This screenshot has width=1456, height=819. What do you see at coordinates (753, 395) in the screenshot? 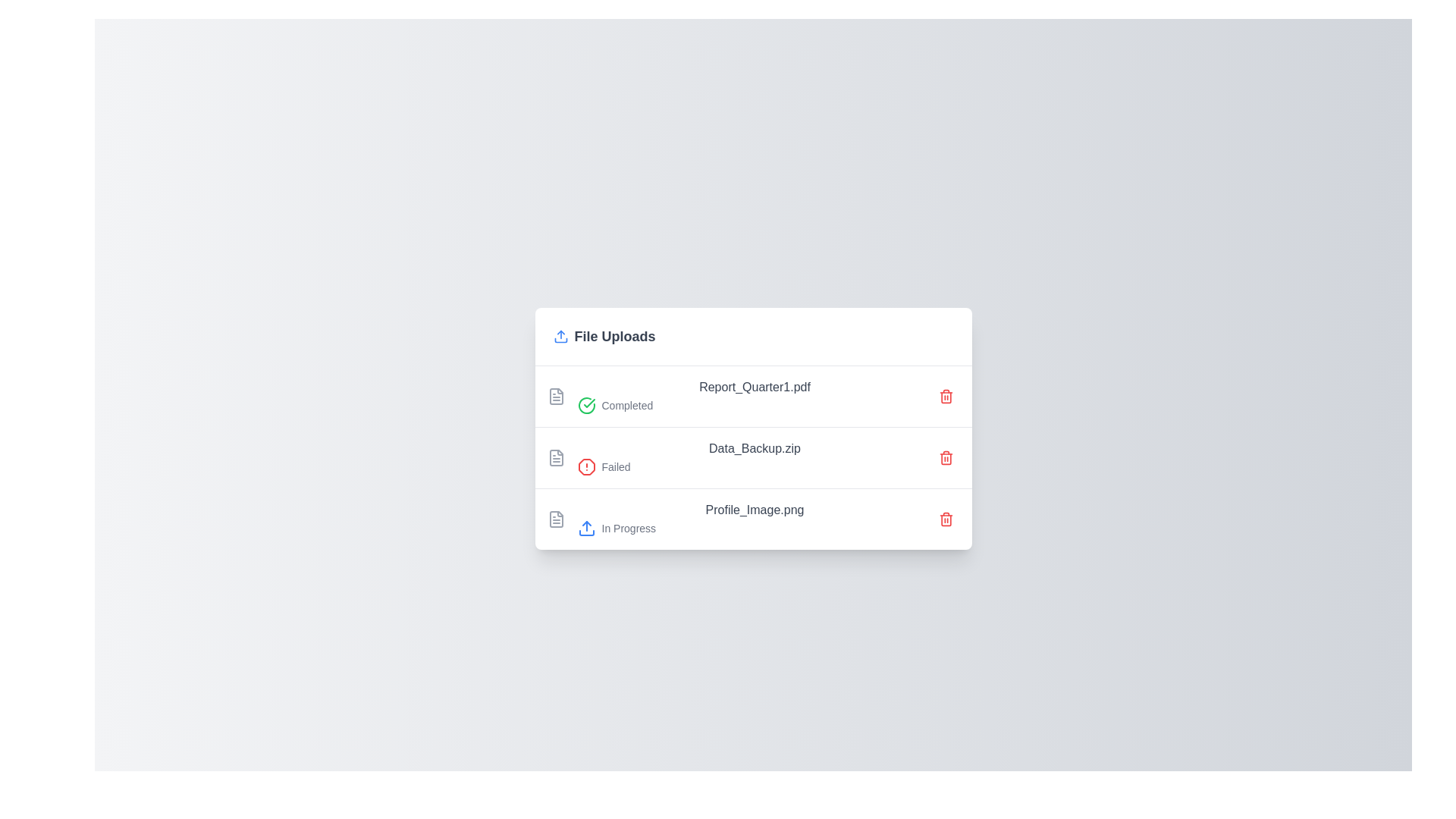
I see `the file status of the List Item containing 'Report_Quarter1.pdf'` at bounding box center [753, 395].